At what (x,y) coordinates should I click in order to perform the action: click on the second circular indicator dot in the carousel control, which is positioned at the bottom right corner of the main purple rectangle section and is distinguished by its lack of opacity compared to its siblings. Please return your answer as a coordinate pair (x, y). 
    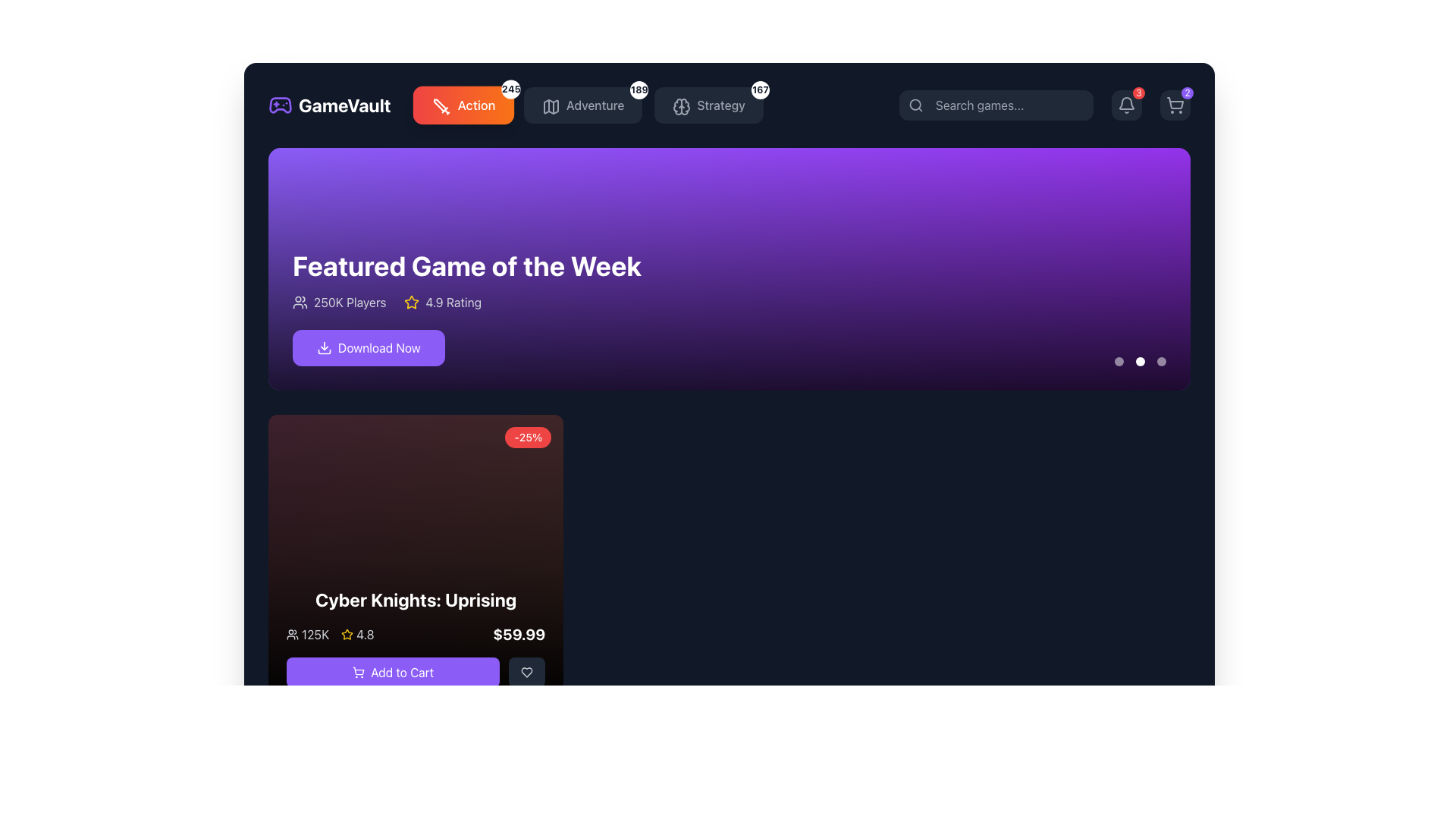
    Looking at the image, I should click on (1140, 362).